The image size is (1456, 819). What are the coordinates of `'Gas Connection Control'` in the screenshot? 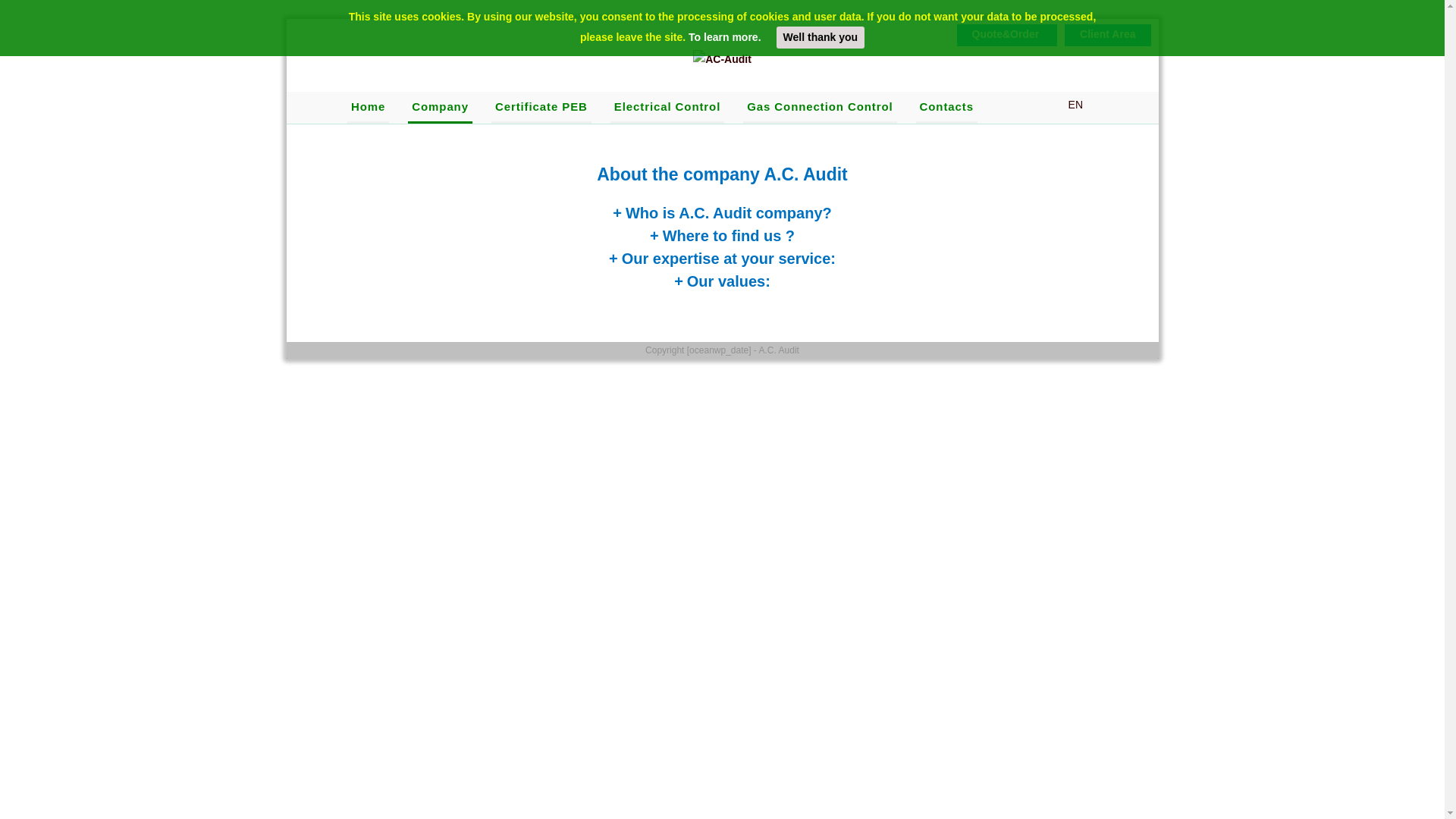 It's located at (818, 107).